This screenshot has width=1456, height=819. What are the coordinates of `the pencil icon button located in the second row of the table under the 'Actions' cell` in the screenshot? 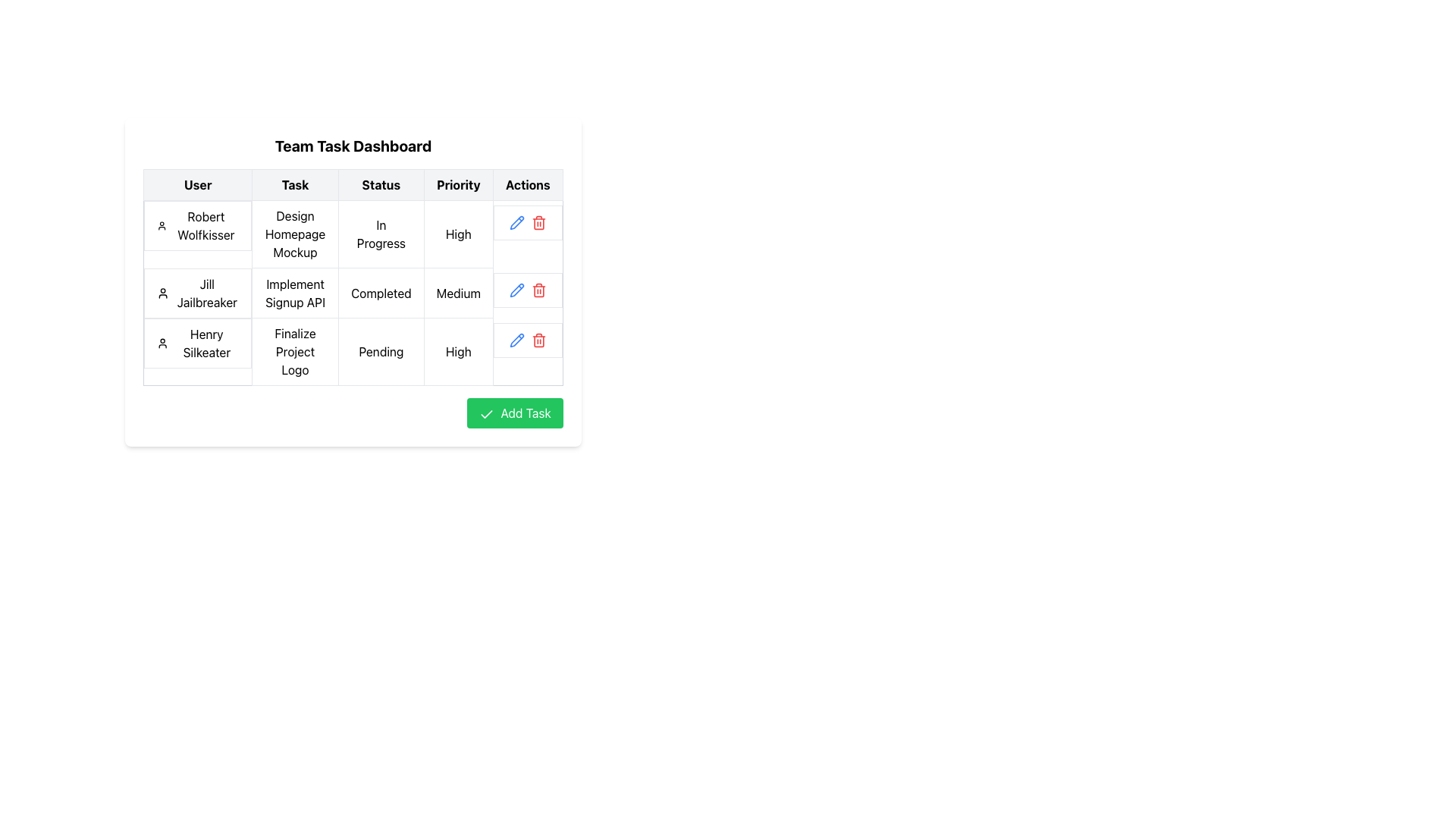 It's located at (517, 222).